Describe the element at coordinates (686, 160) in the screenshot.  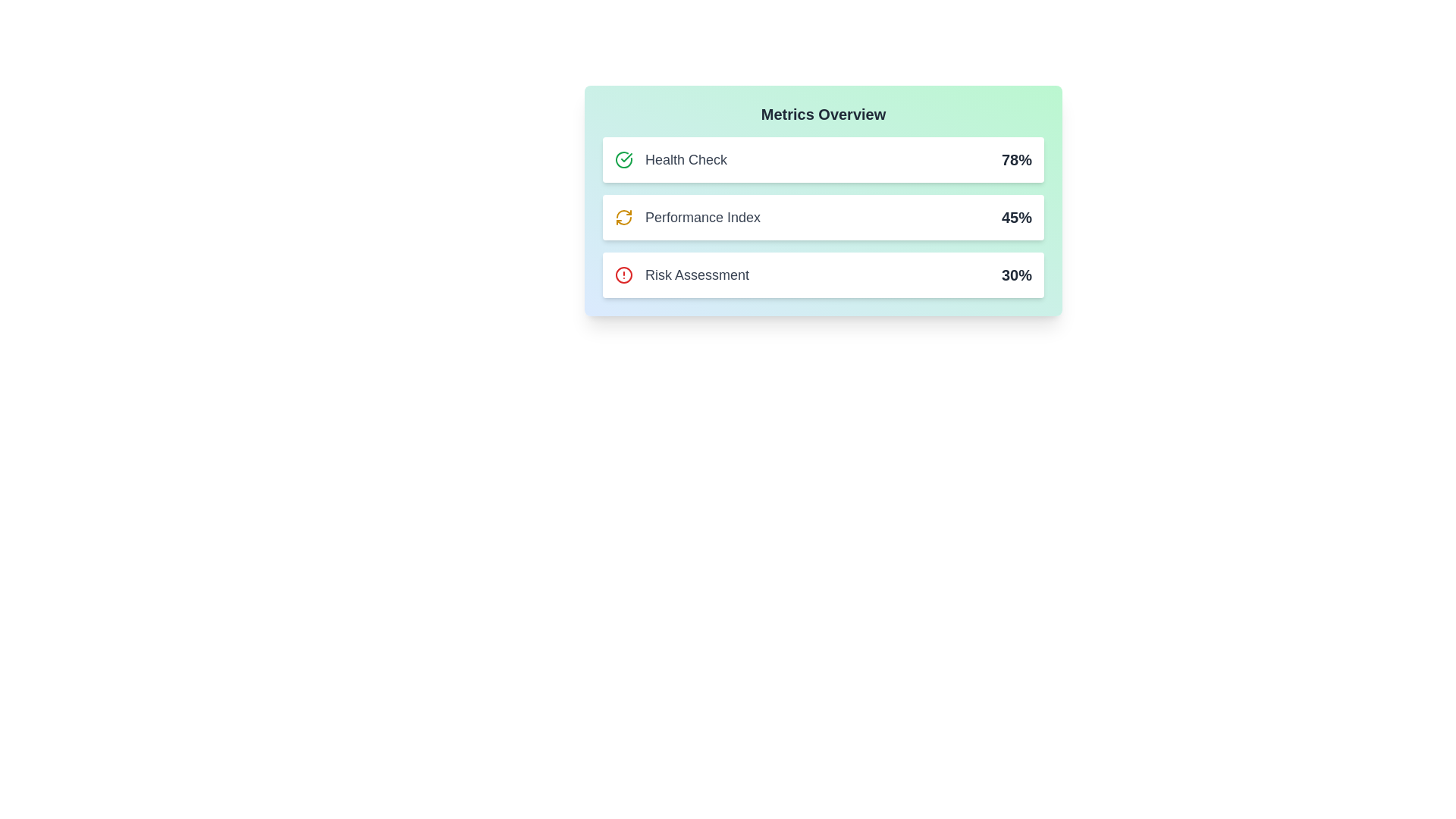
I see `the 'Health Check' text label, which is styled with a medium font weight and gray color, located in the first row of a list within the 'Metrics Overview' box` at that location.